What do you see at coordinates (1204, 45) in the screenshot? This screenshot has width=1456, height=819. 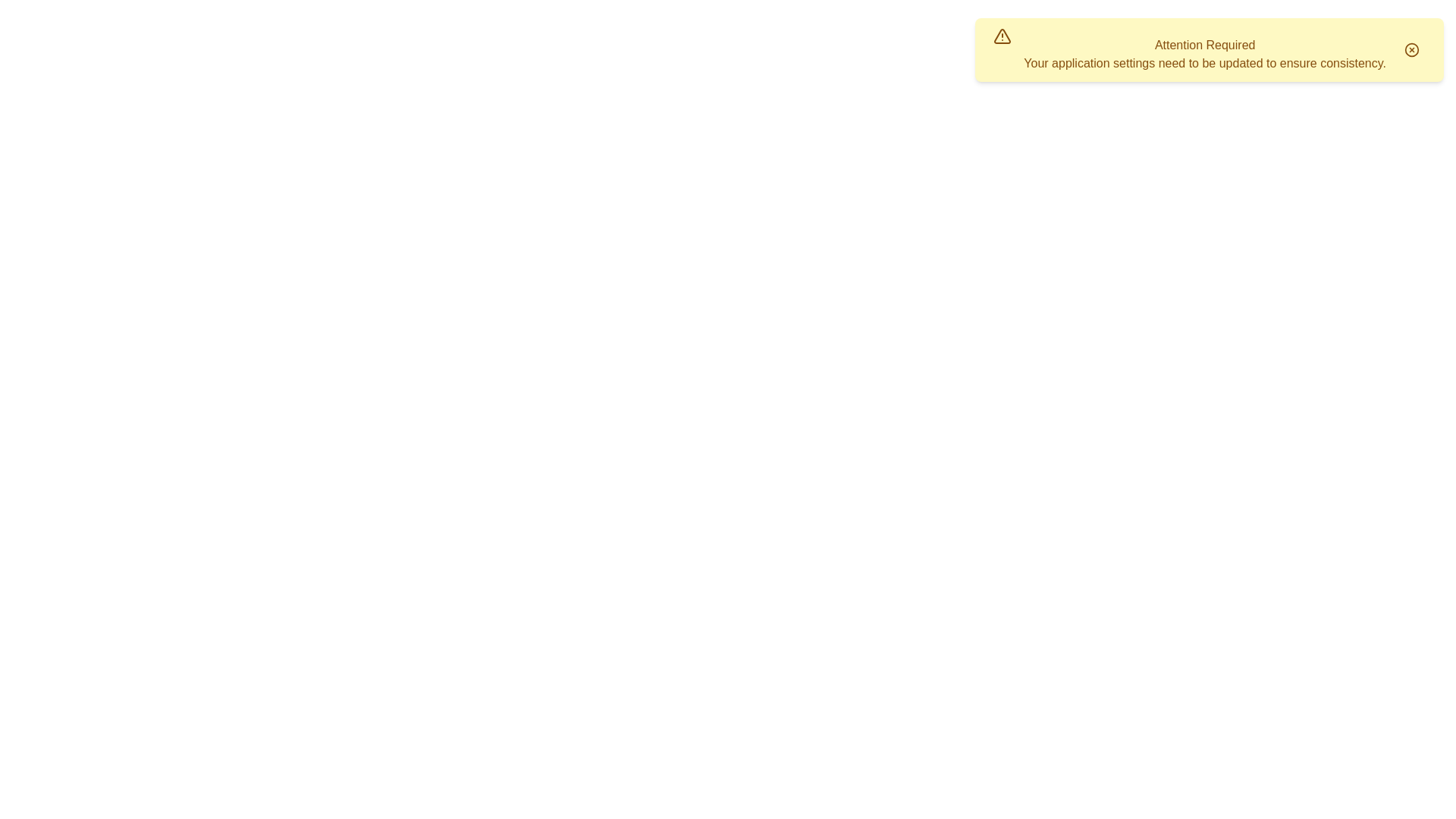 I see `the bold text label 'Attention Required' located at the top of the notification box with a yellow background` at bounding box center [1204, 45].